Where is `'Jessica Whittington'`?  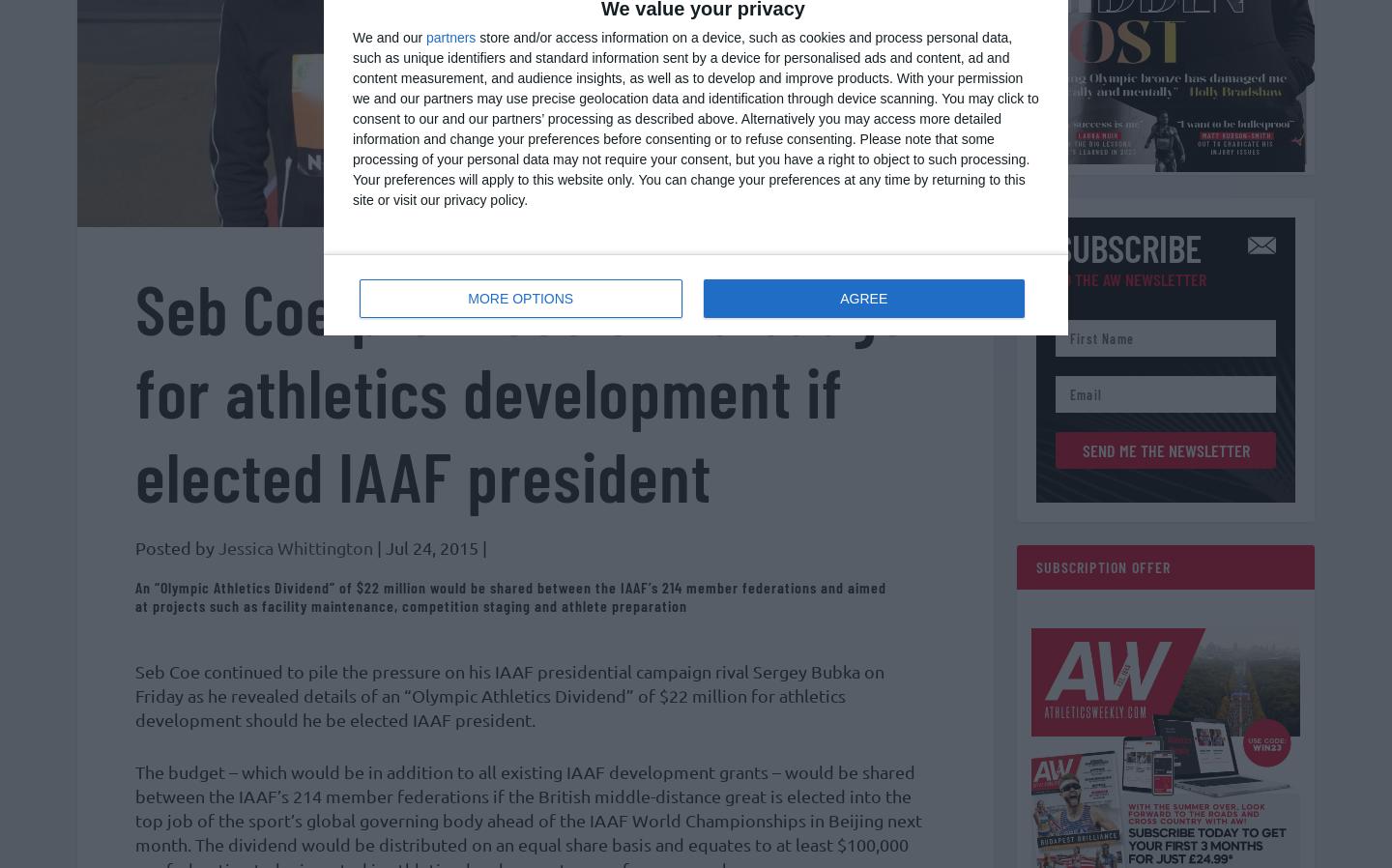 'Jessica Whittington' is located at coordinates (296, 556).